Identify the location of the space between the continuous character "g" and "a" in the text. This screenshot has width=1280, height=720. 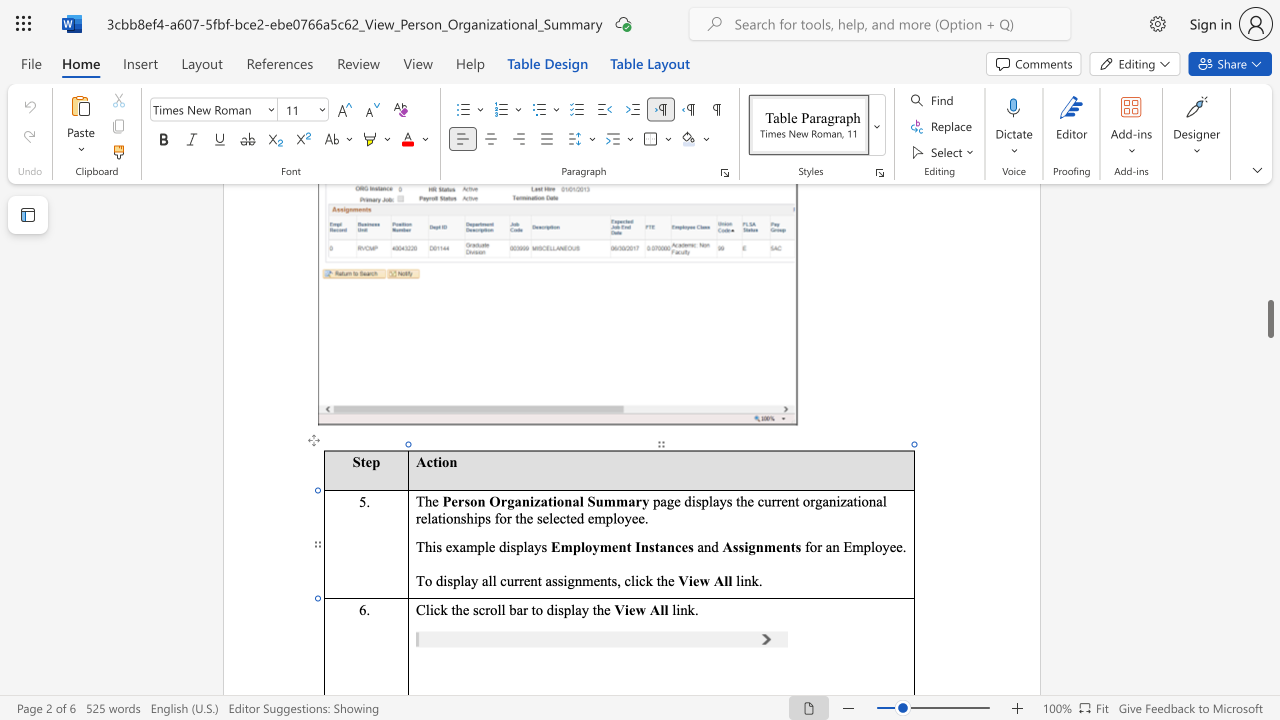
(514, 500).